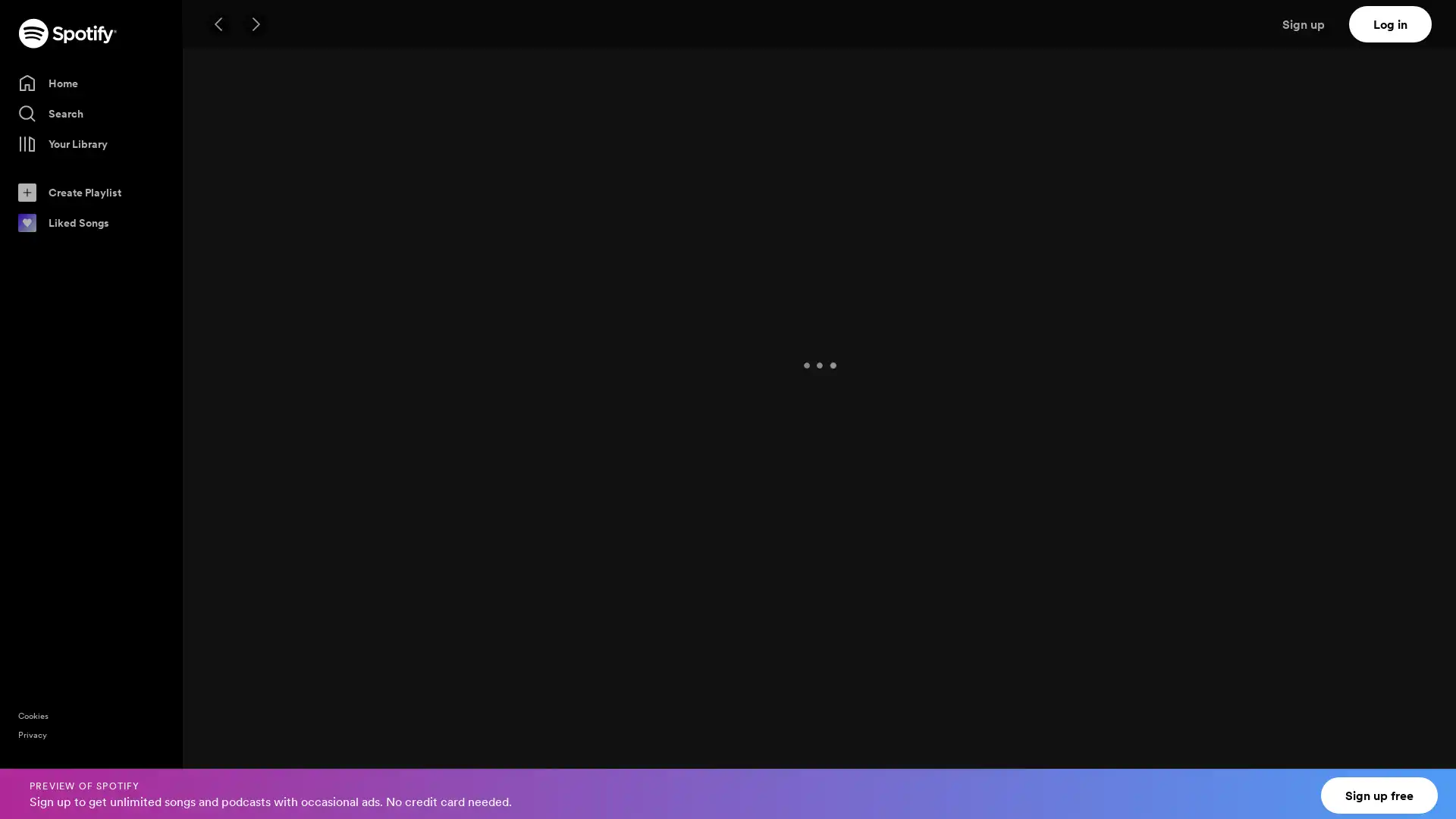  Describe the element at coordinates (1395, 461) in the screenshot. I see `Play Liquid Drum and Bass` at that location.